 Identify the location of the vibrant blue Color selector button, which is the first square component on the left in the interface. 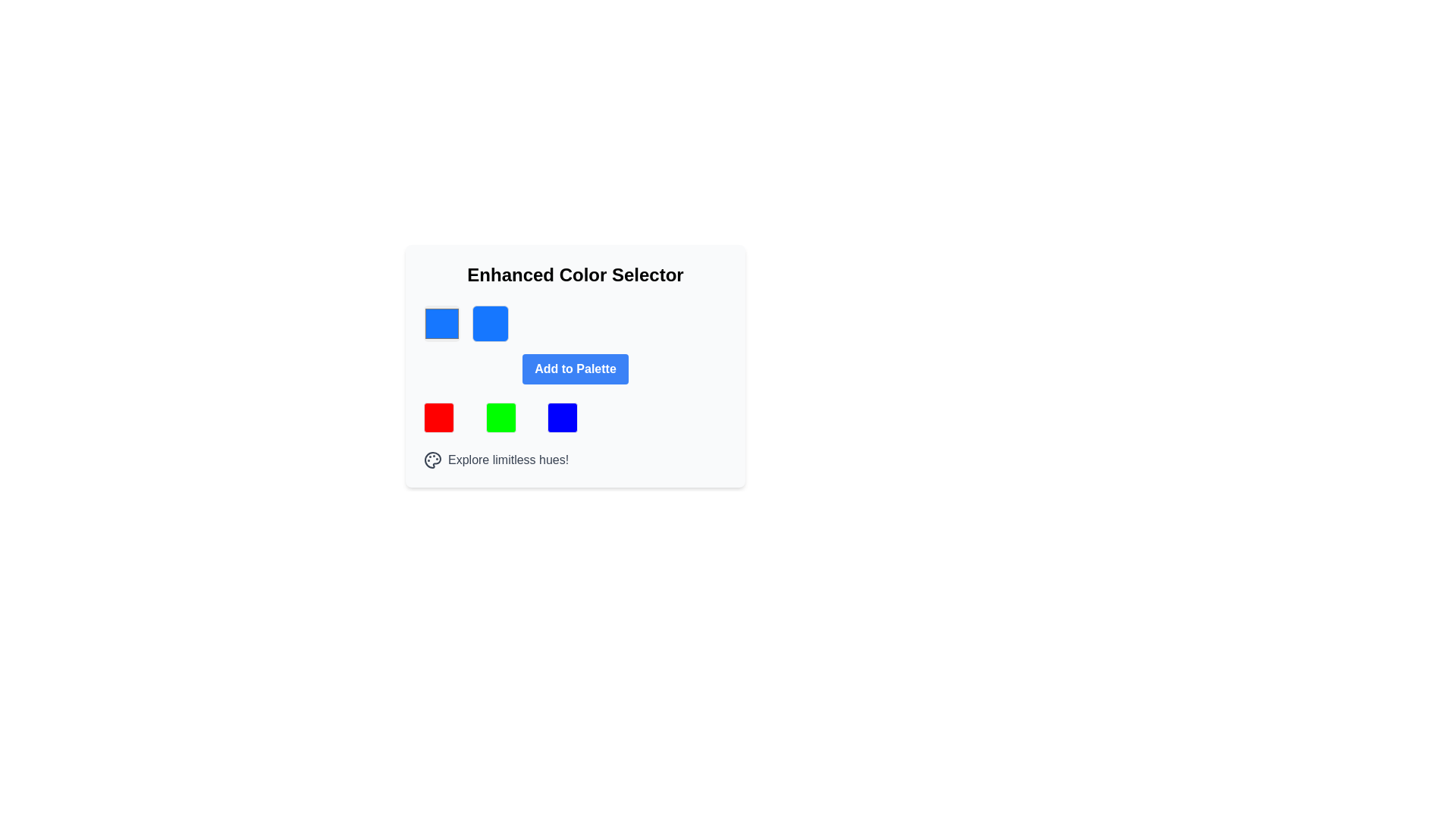
(441, 323).